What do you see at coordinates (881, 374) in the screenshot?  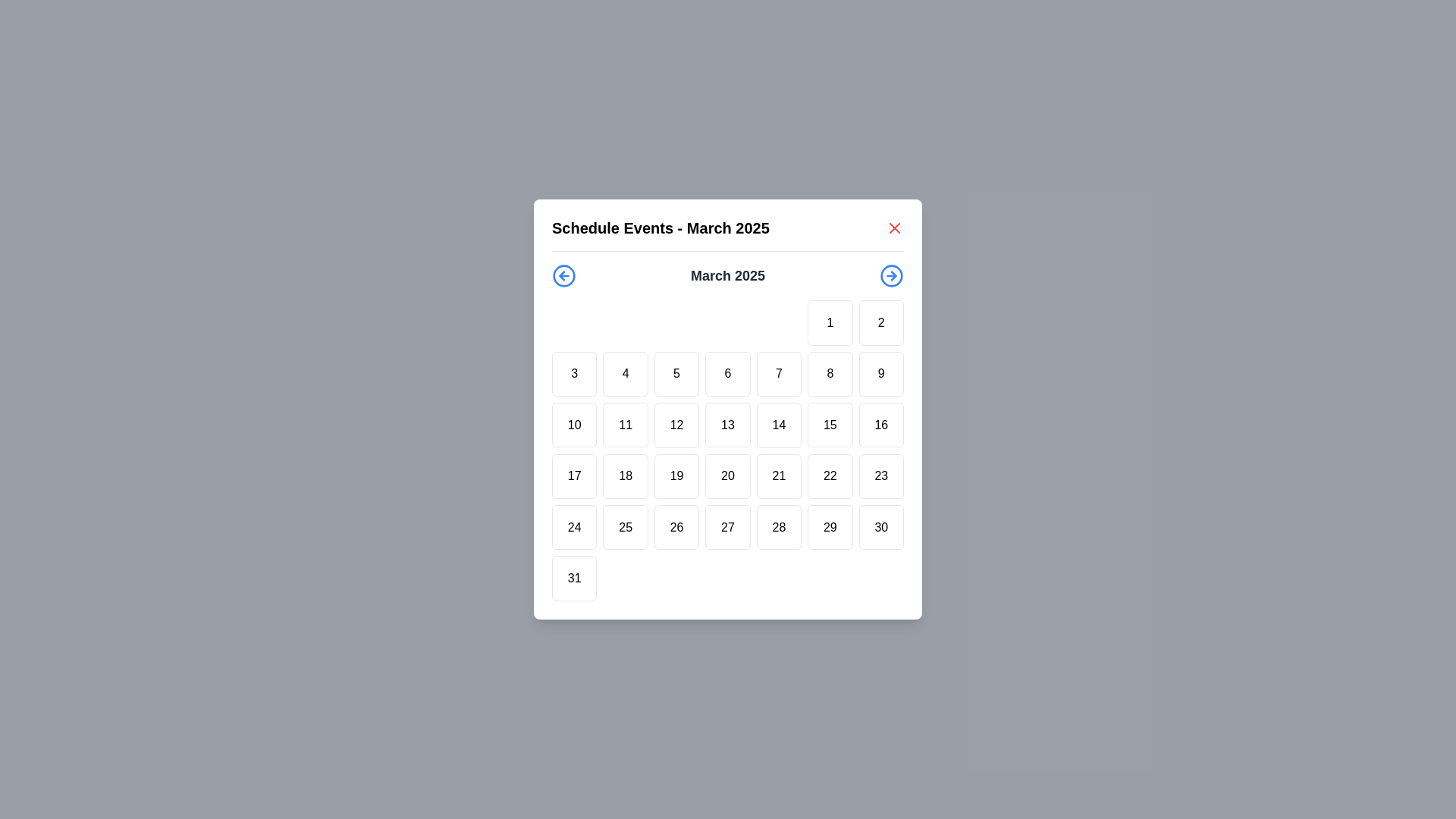 I see `the square button labeled '9' with a white background and rounded borders` at bounding box center [881, 374].